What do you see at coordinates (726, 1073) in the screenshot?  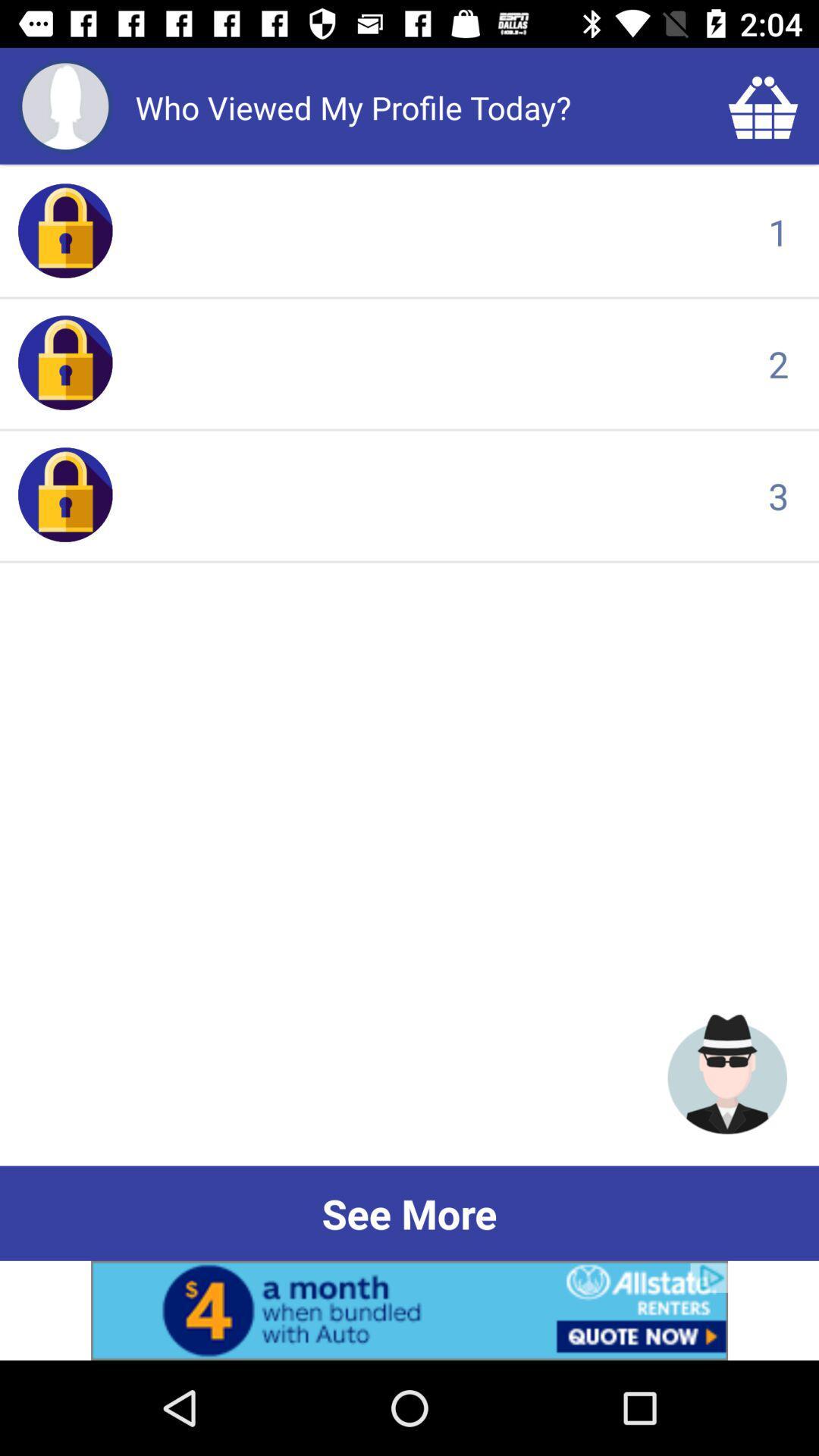 I see `the avatar icon` at bounding box center [726, 1073].